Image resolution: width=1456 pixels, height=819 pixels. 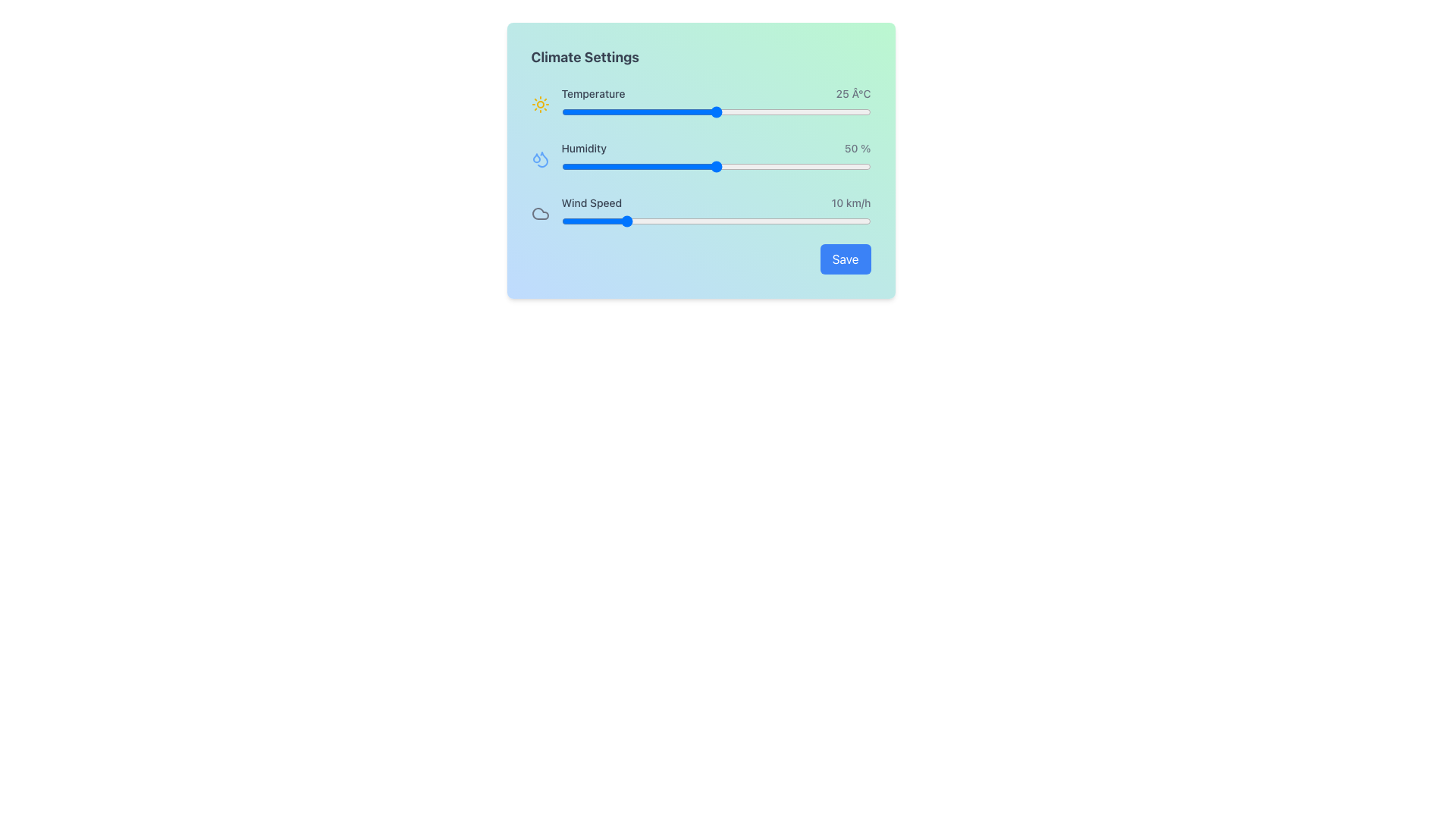 What do you see at coordinates (591, 202) in the screenshot?
I see `the static text label displaying 'Wind Speed', which is aligned to the left within the 'Climate Settings' panel` at bounding box center [591, 202].